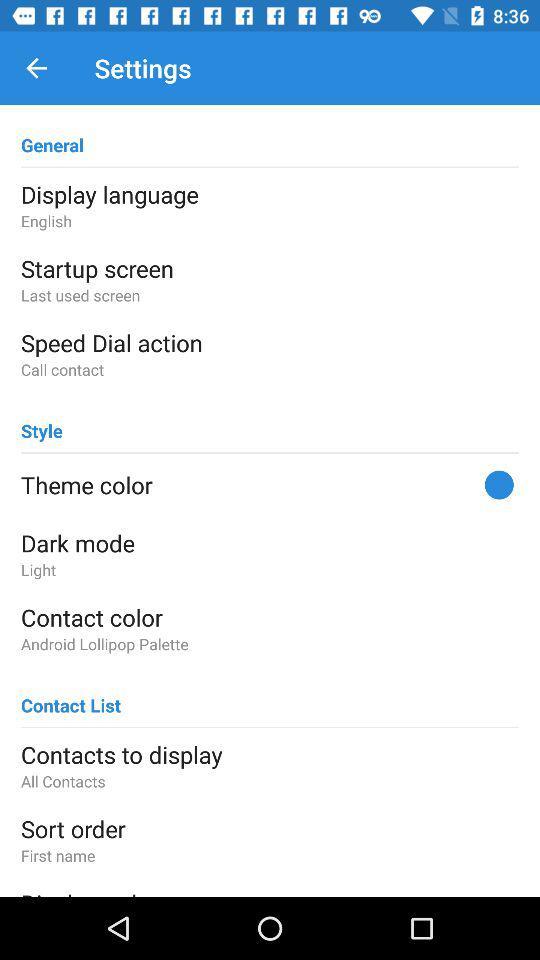 The height and width of the screenshot is (960, 540). I want to click on speed dial action, so click(270, 342).